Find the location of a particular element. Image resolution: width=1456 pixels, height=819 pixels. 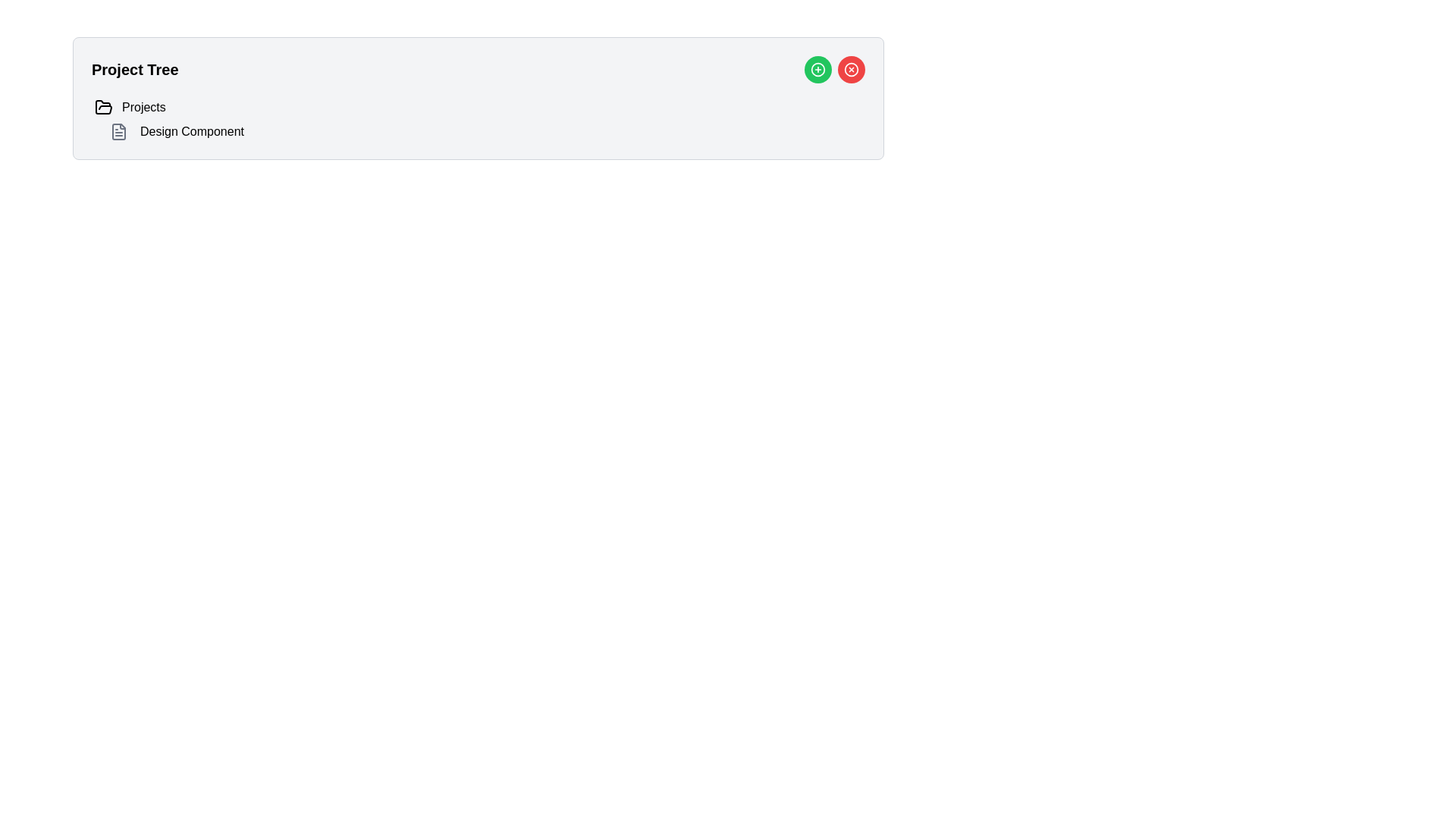

the green circular button with a white plus icon located at the top-right corner of the 'Project Tree' panel is located at coordinates (817, 70).